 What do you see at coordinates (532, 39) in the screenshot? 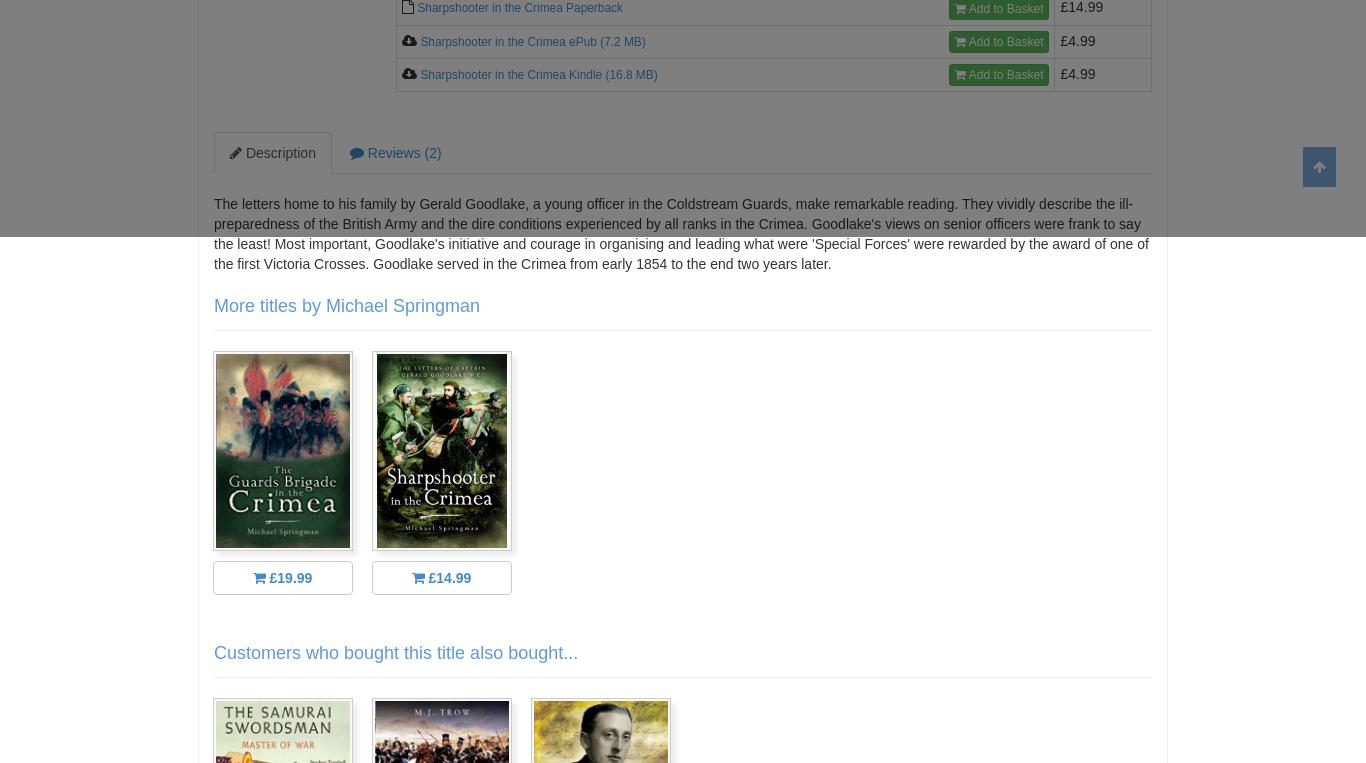
I see `'Sharpshooter in the Crimea ePub  (7.2 MB)'` at bounding box center [532, 39].